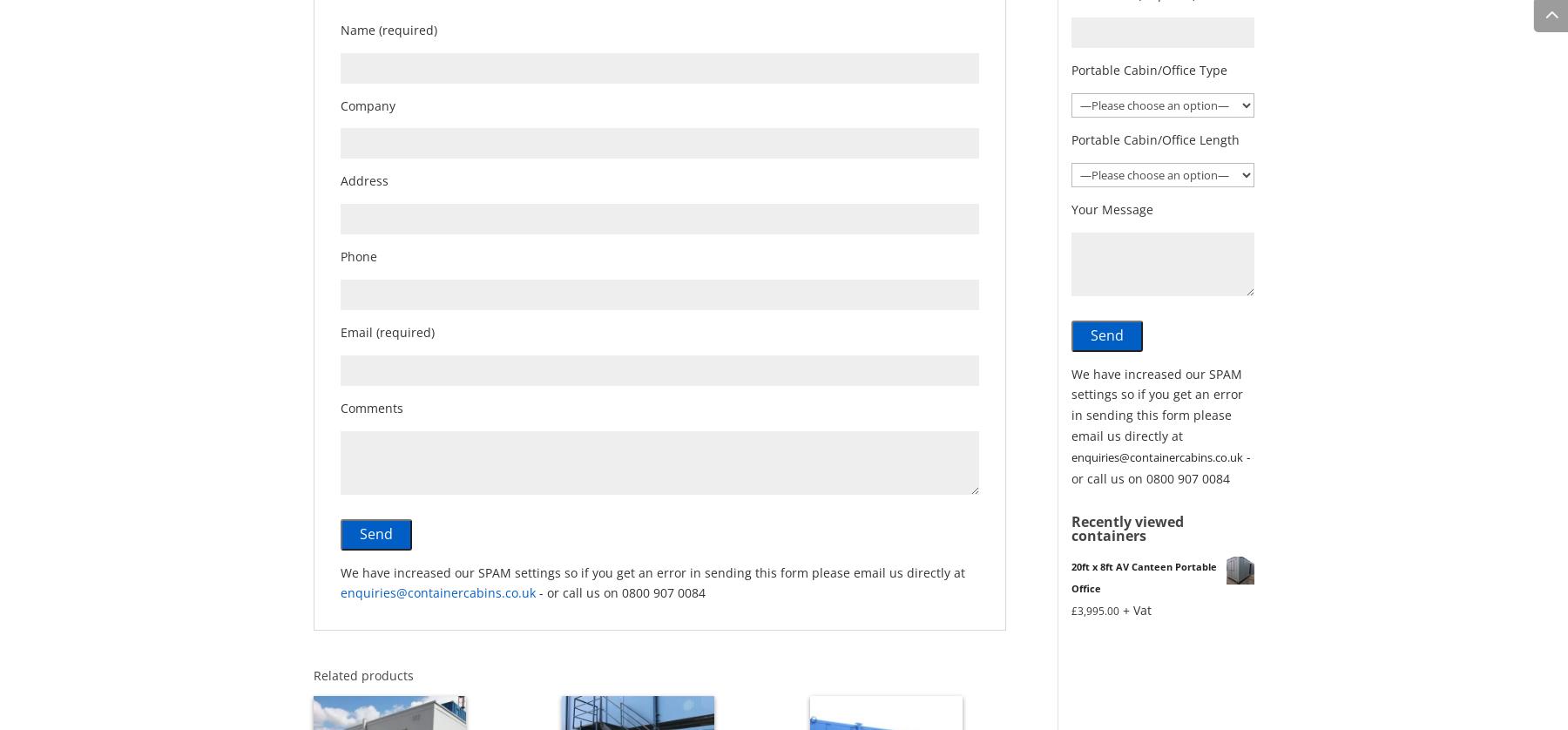  What do you see at coordinates (1070, 70) in the screenshot?
I see `'Portable Cabin/Office Type'` at bounding box center [1070, 70].